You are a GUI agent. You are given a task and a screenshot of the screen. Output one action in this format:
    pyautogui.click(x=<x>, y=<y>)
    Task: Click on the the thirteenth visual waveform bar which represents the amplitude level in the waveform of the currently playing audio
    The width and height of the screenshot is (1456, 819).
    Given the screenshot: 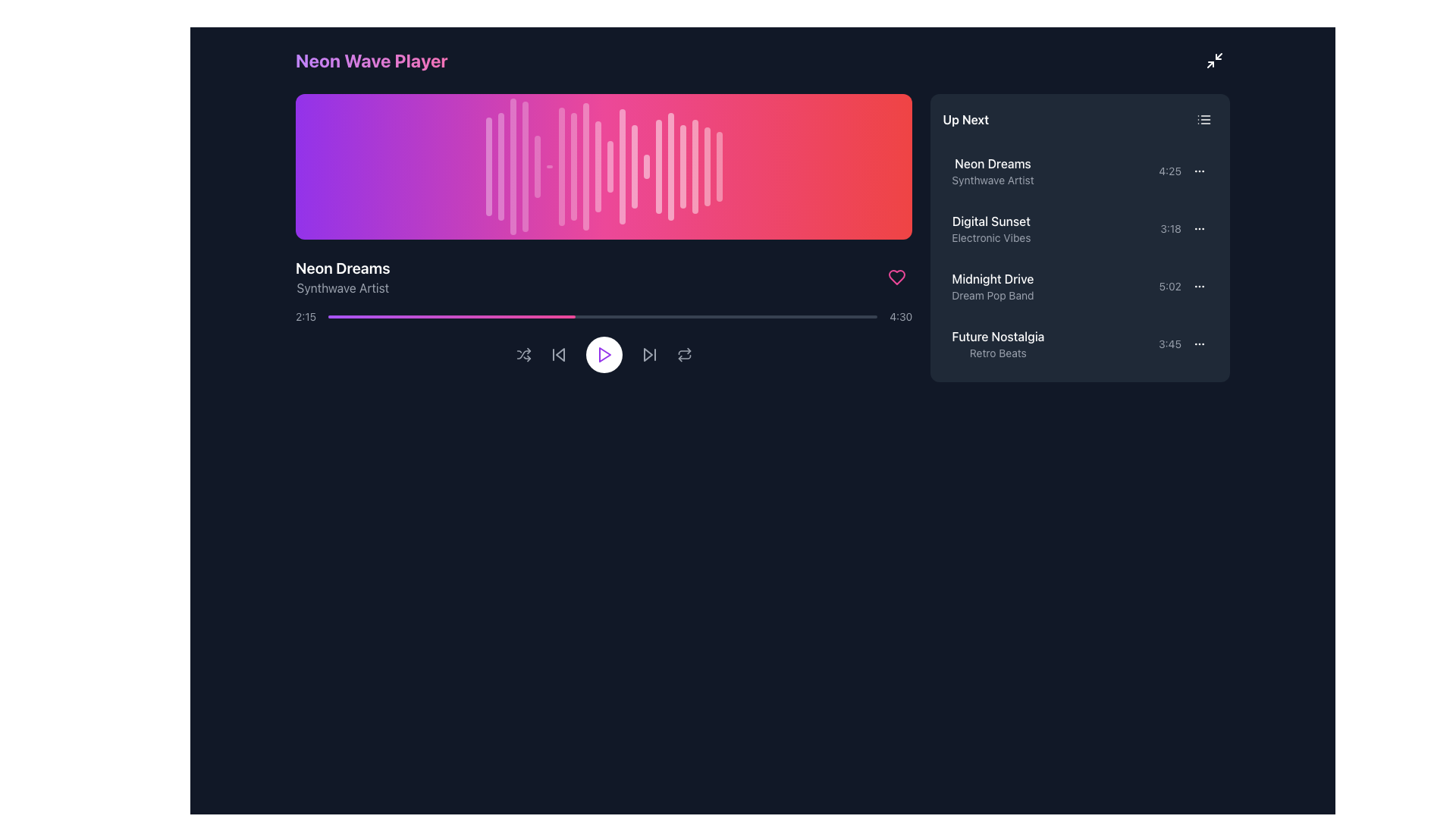 What is the action you would take?
    pyautogui.click(x=634, y=166)
    